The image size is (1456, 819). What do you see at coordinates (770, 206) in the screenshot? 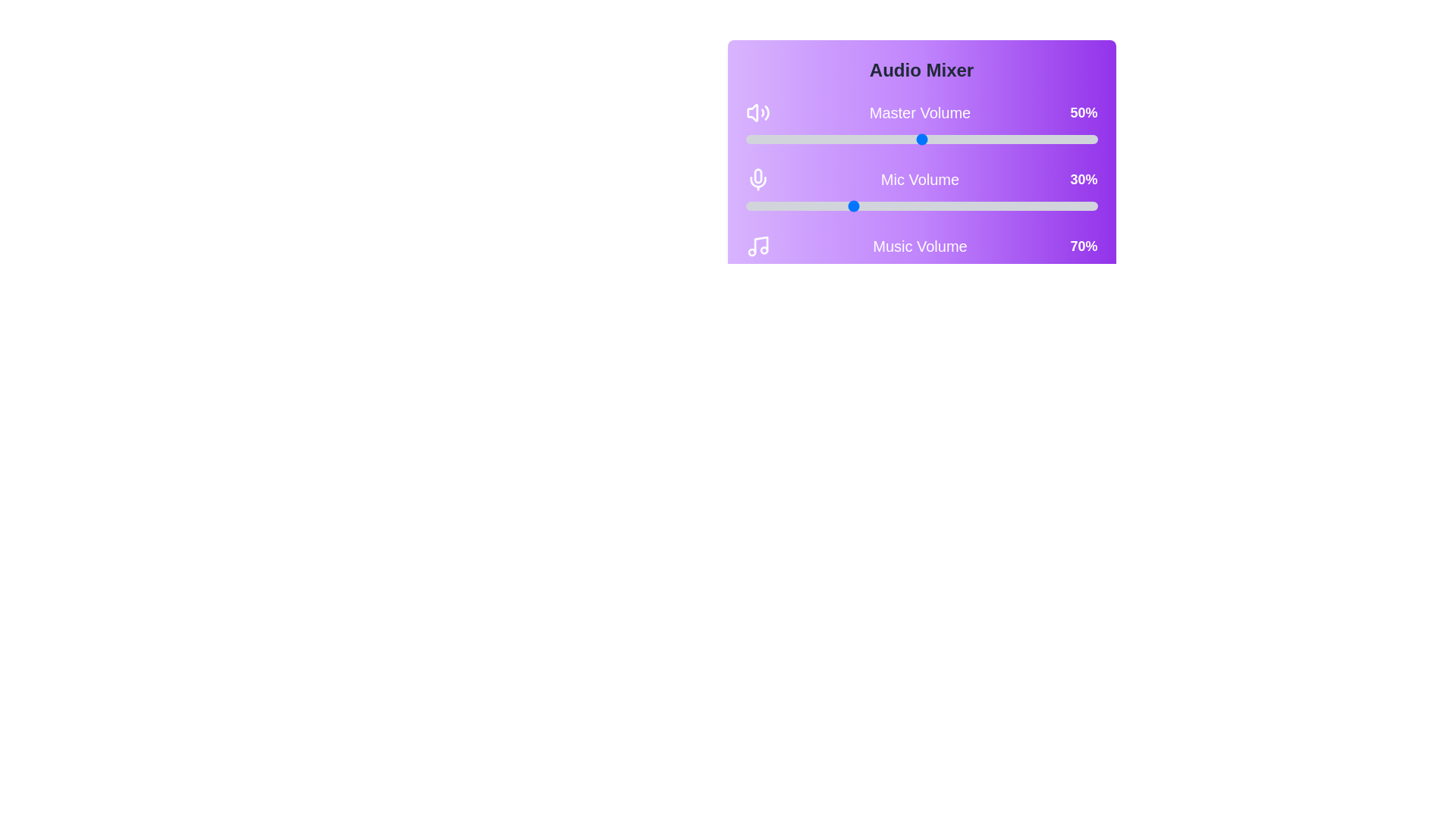
I see `the microphone volume` at bounding box center [770, 206].